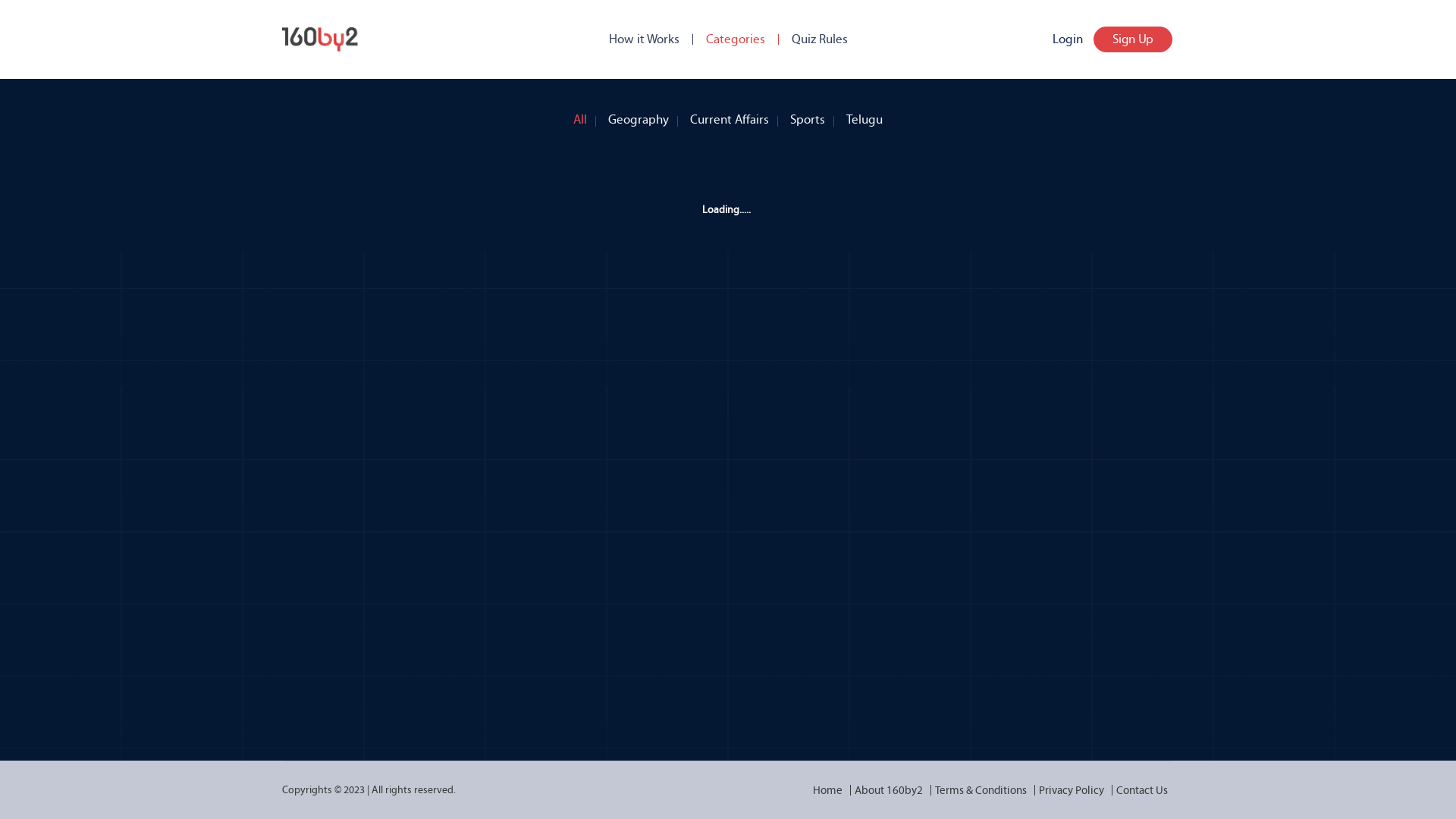  I want to click on 'Sports', so click(807, 115).